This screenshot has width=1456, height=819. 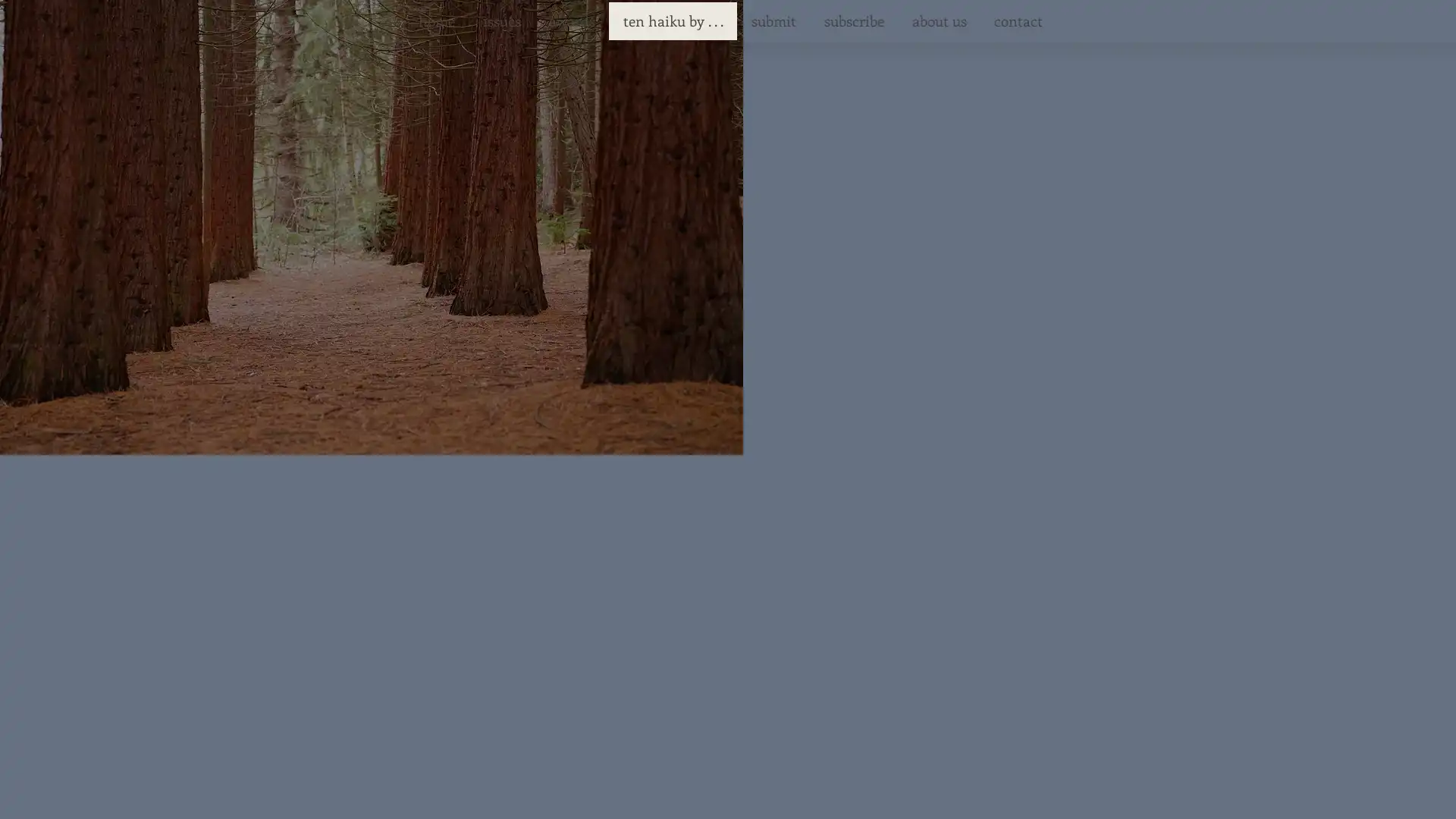 What do you see at coordinates (919, 405) in the screenshot?
I see `Next` at bounding box center [919, 405].